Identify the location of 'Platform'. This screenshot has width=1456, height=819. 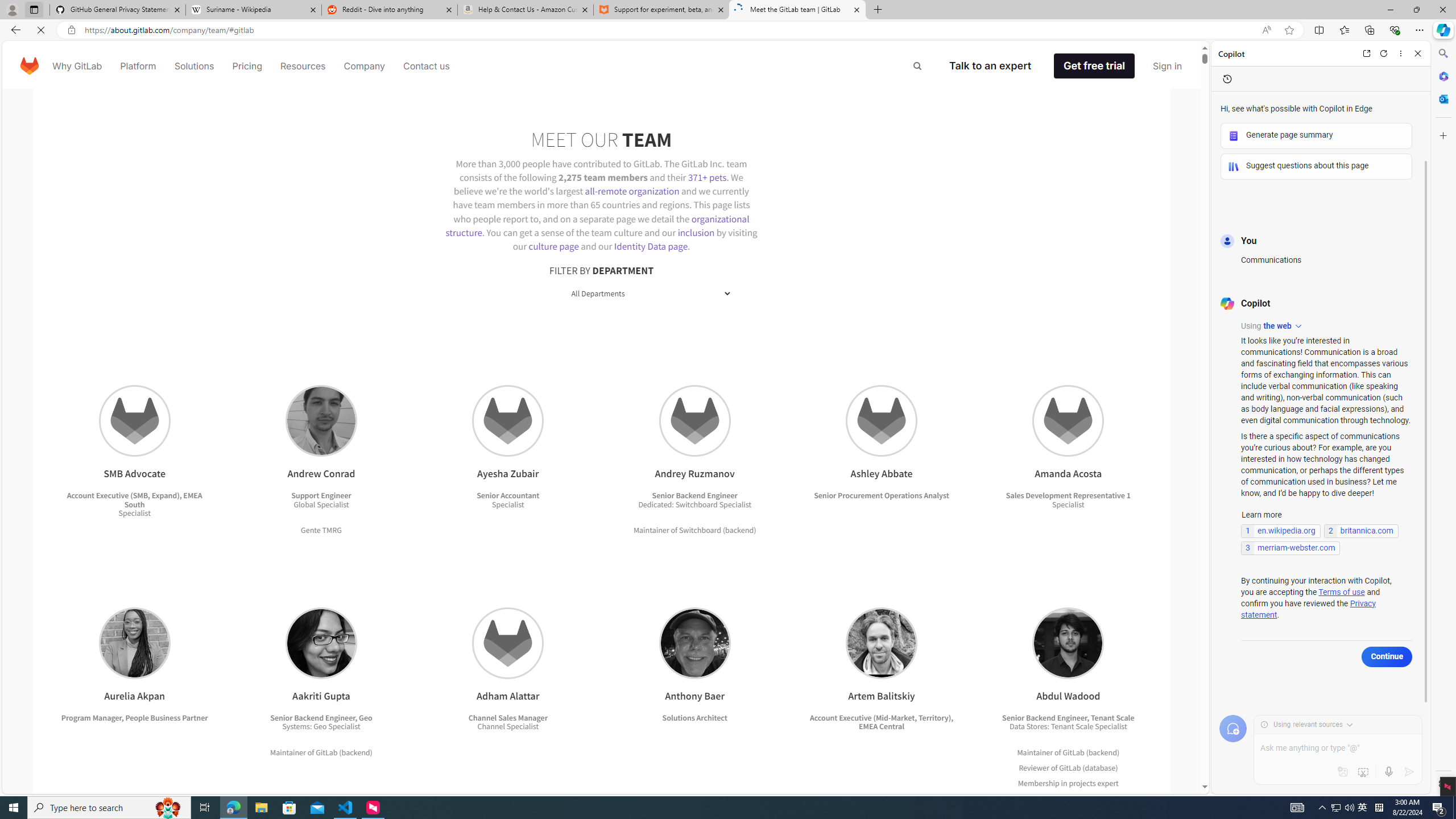
(138, 65).